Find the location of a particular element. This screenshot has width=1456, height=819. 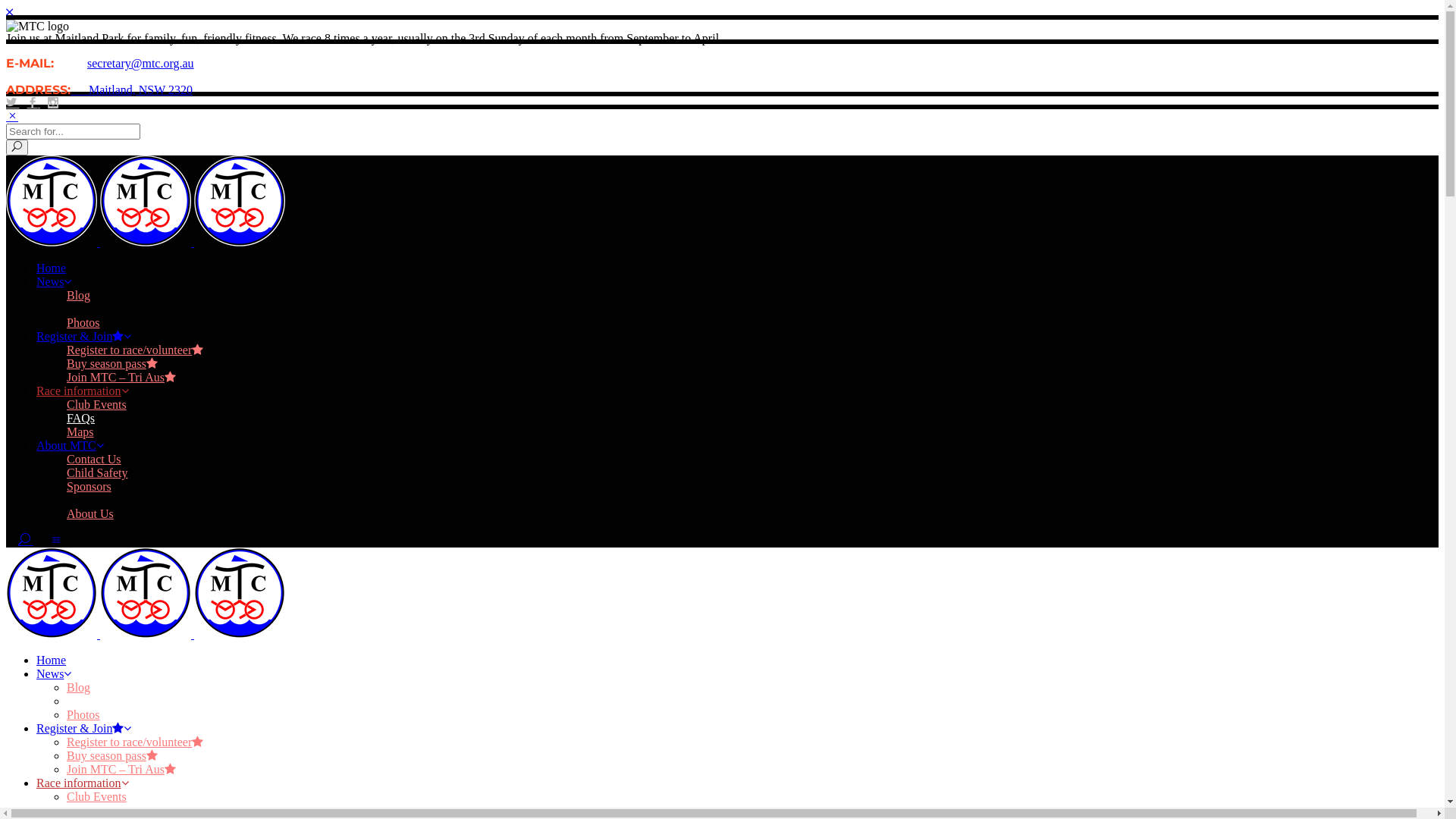

'About MTC' is located at coordinates (69, 444).